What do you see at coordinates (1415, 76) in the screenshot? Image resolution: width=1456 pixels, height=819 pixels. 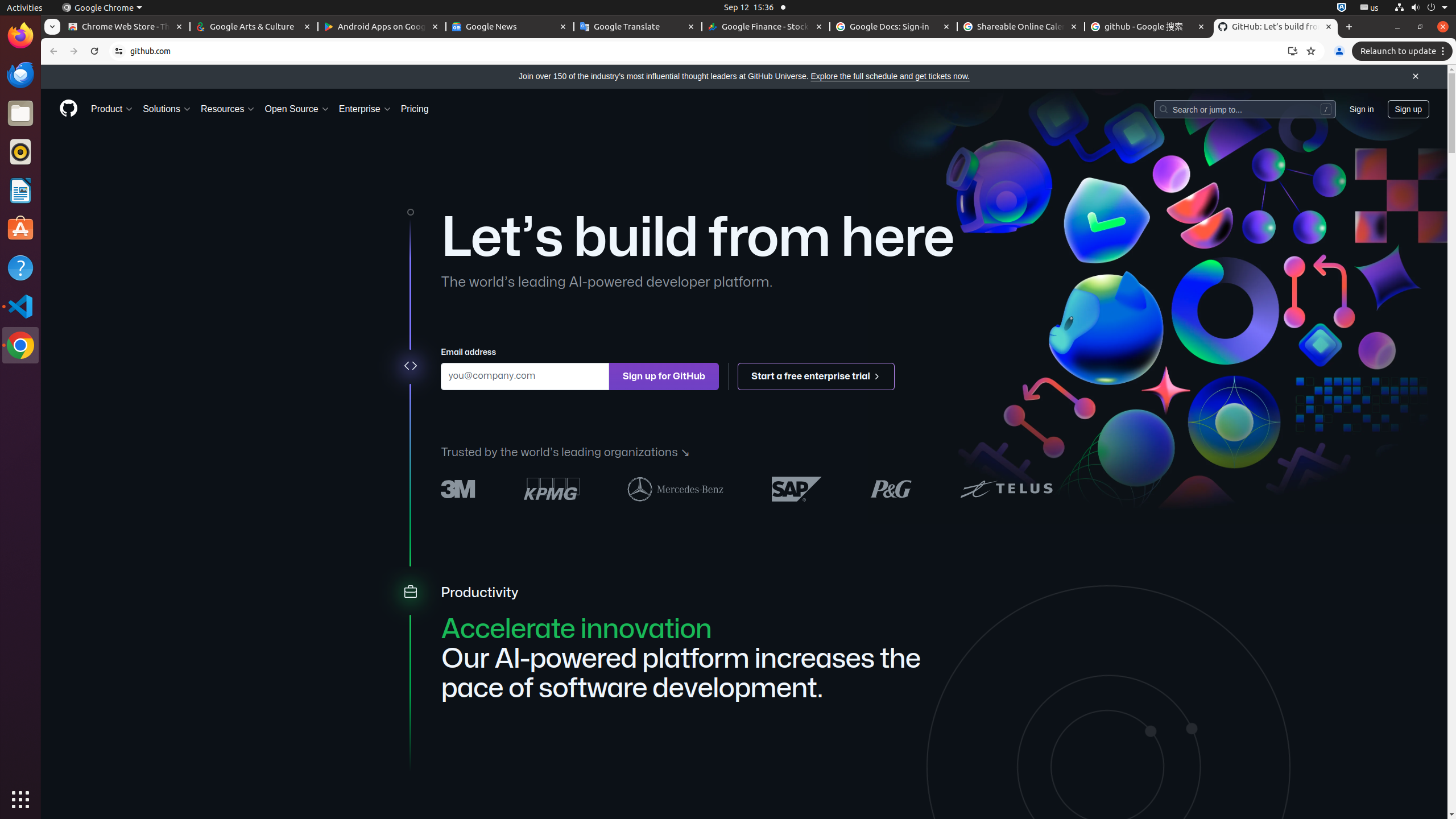 I see `'Close'` at bounding box center [1415, 76].